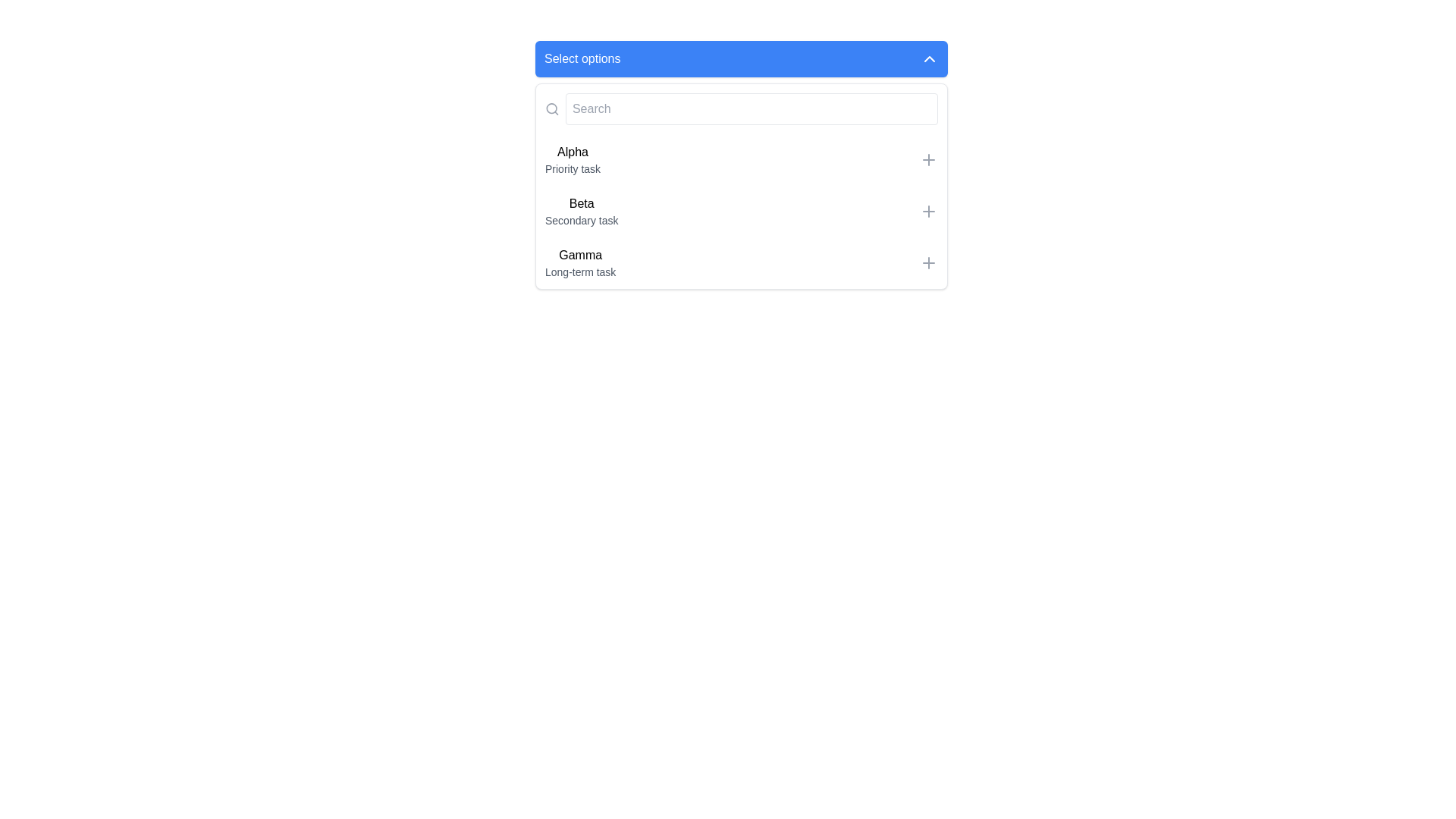  Describe the element at coordinates (581, 211) in the screenshot. I see `the second list item labeled 'Beta'` at that location.